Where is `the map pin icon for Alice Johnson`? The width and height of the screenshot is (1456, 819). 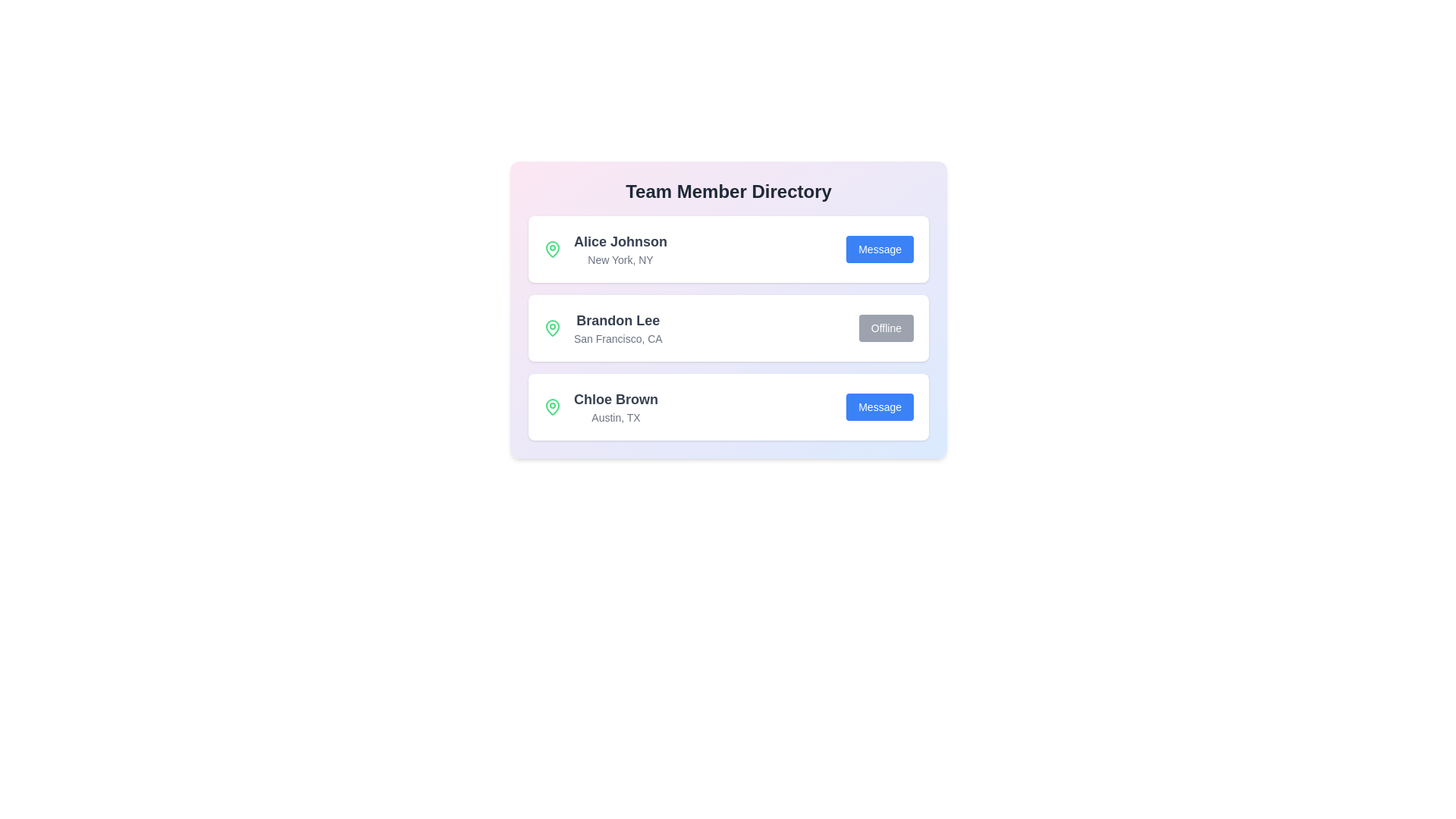
the map pin icon for Alice Johnson is located at coordinates (552, 248).